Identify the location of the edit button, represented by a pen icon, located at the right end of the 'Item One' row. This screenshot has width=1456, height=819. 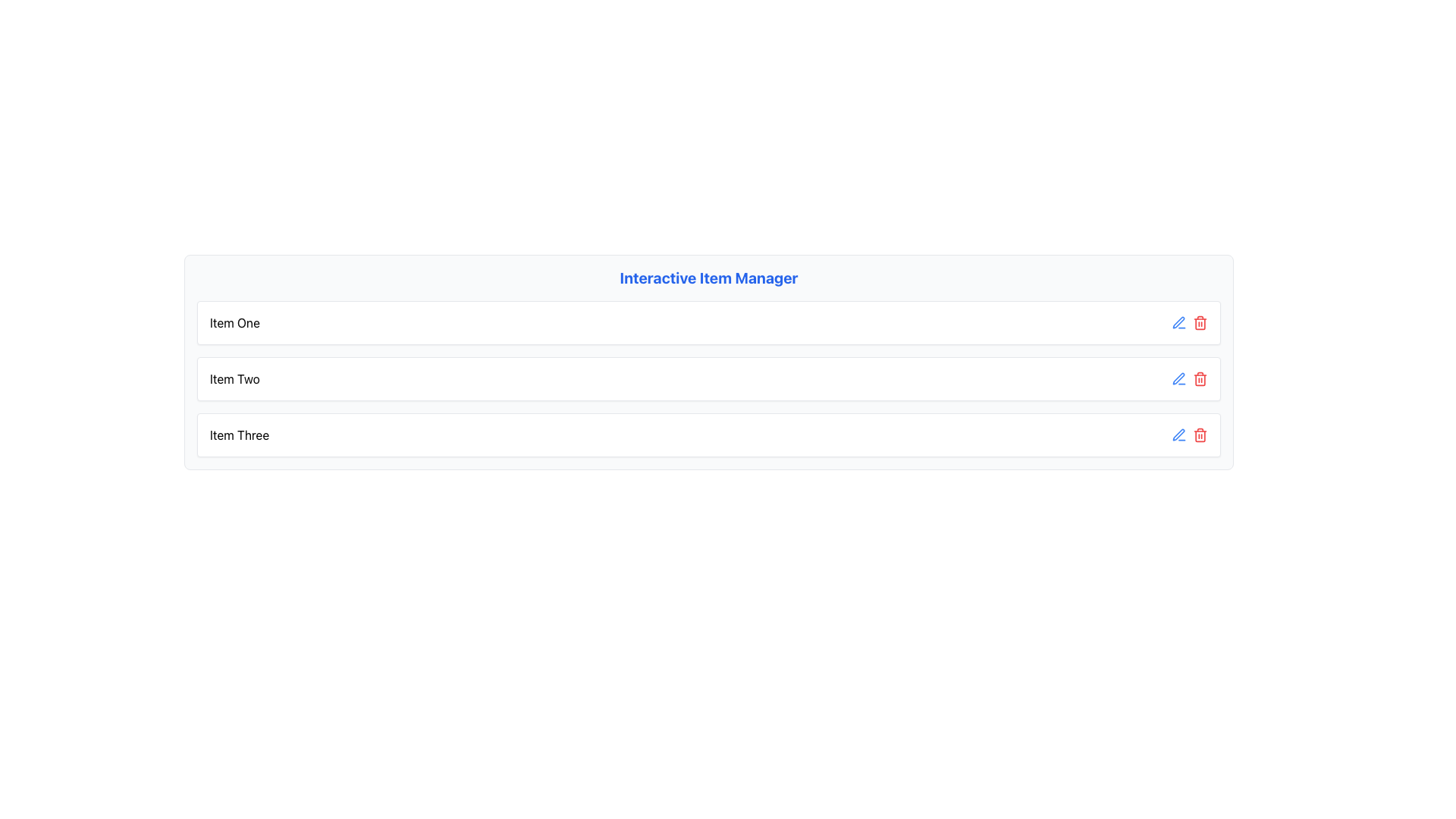
(1178, 435).